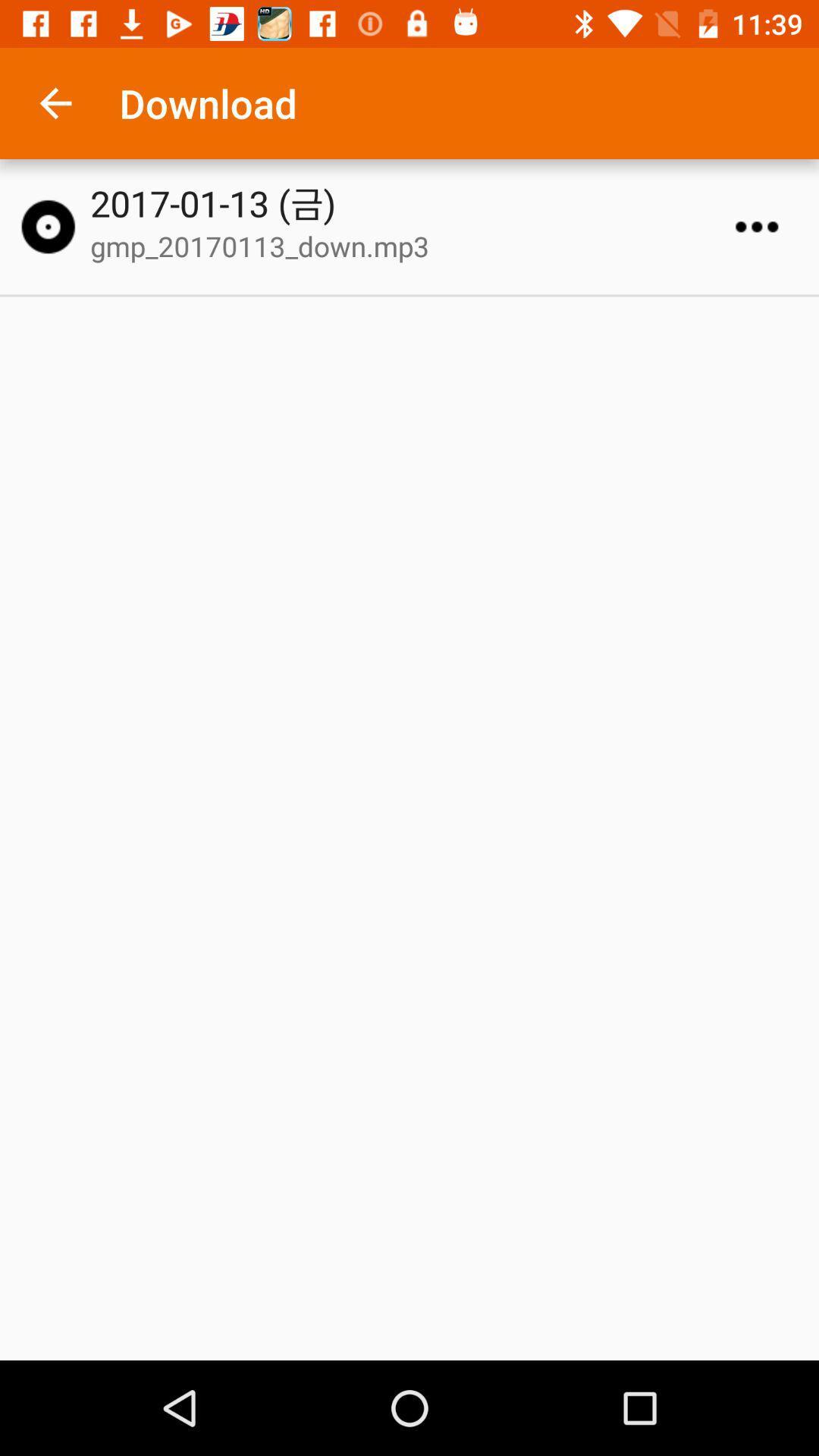  What do you see at coordinates (757, 226) in the screenshot?
I see `show details/options` at bounding box center [757, 226].